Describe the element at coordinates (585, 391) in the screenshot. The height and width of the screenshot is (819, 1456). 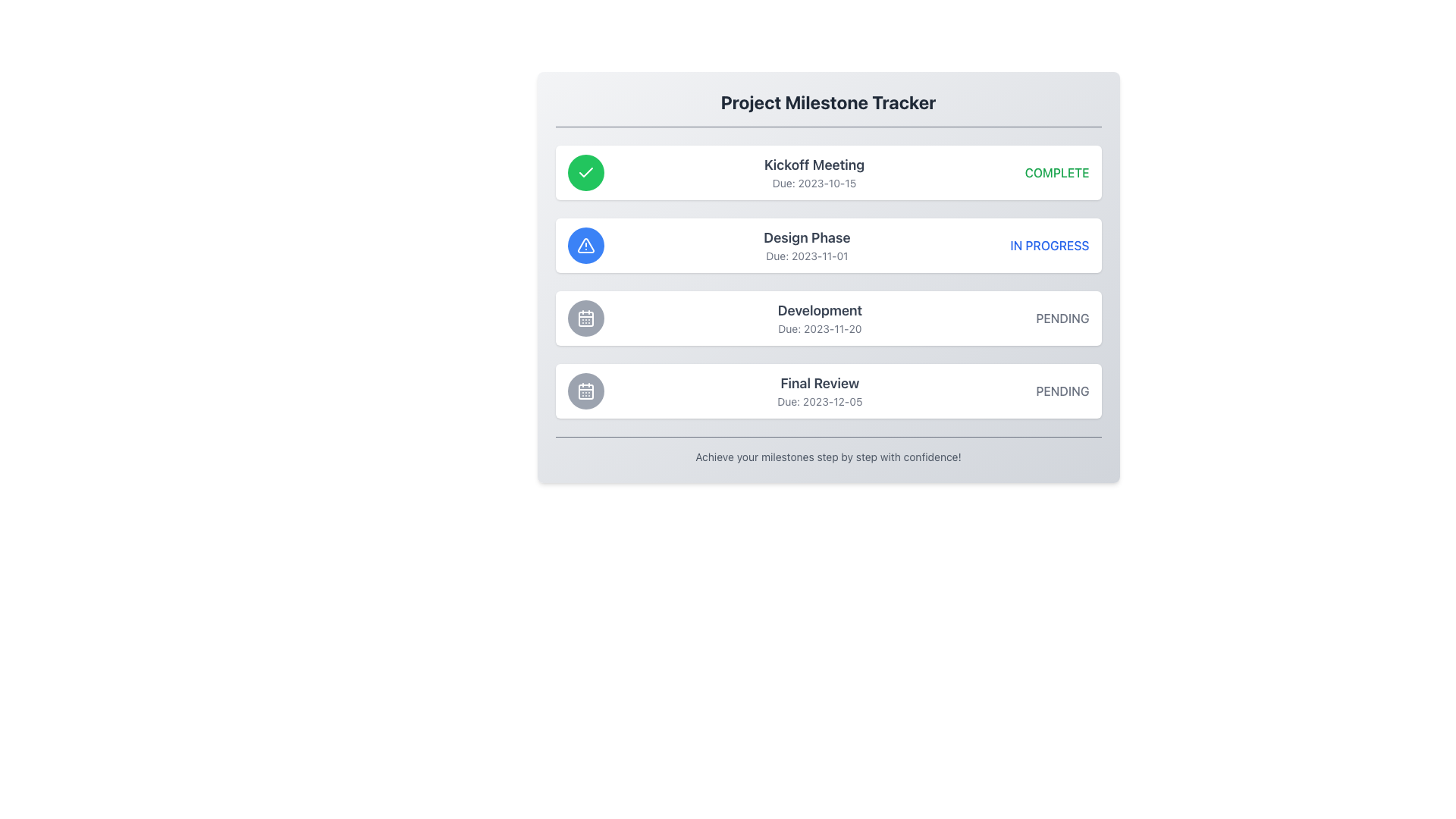
I see `the calendar icon, which is a minimalist gray icon with a square outline and rounded corners located in the third row of a vertical list, aligned with the text 'Development' and 'Due: 2023-11-20'` at that location.